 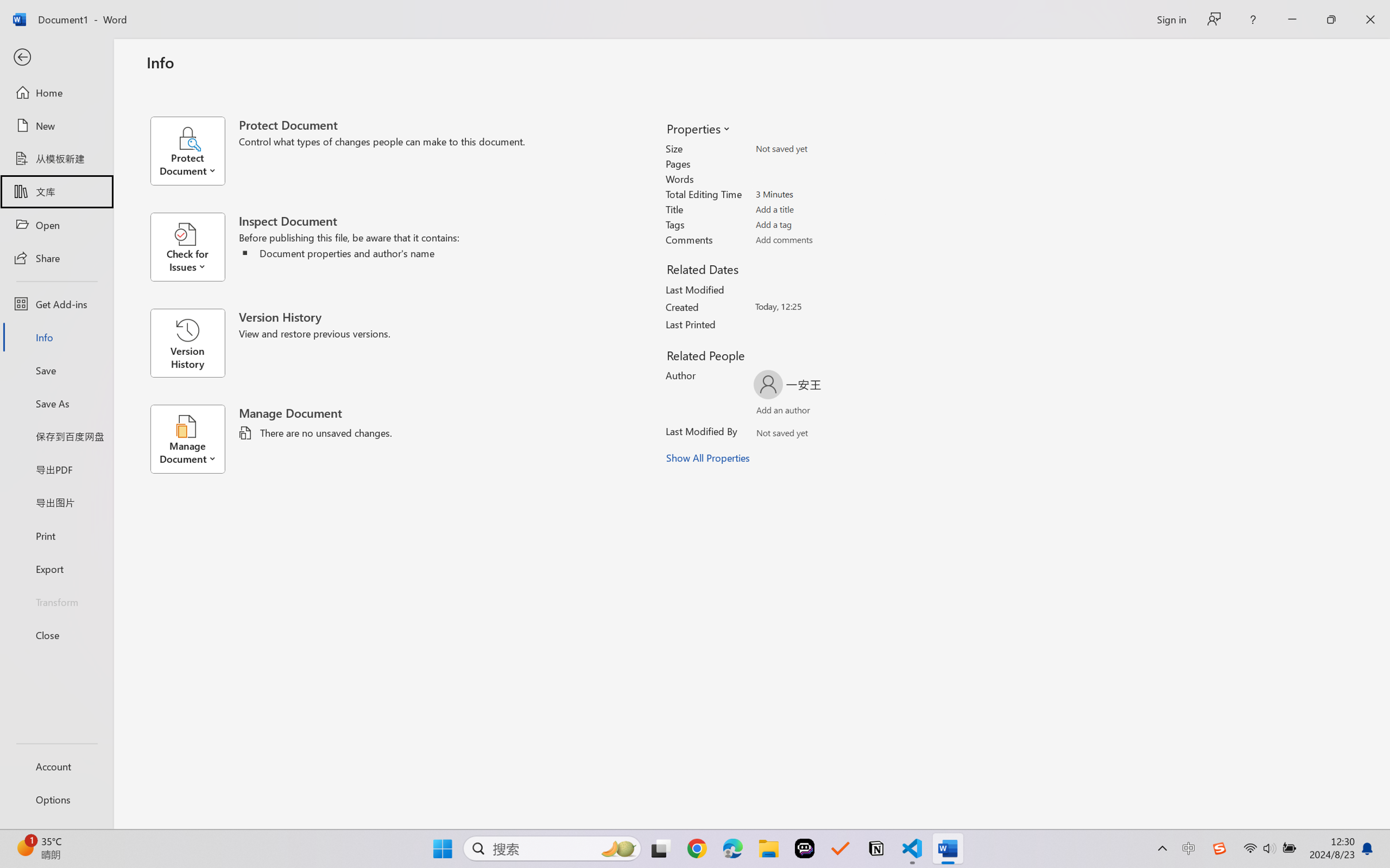 What do you see at coordinates (56, 799) in the screenshot?
I see `'Options'` at bounding box center [56, 799].